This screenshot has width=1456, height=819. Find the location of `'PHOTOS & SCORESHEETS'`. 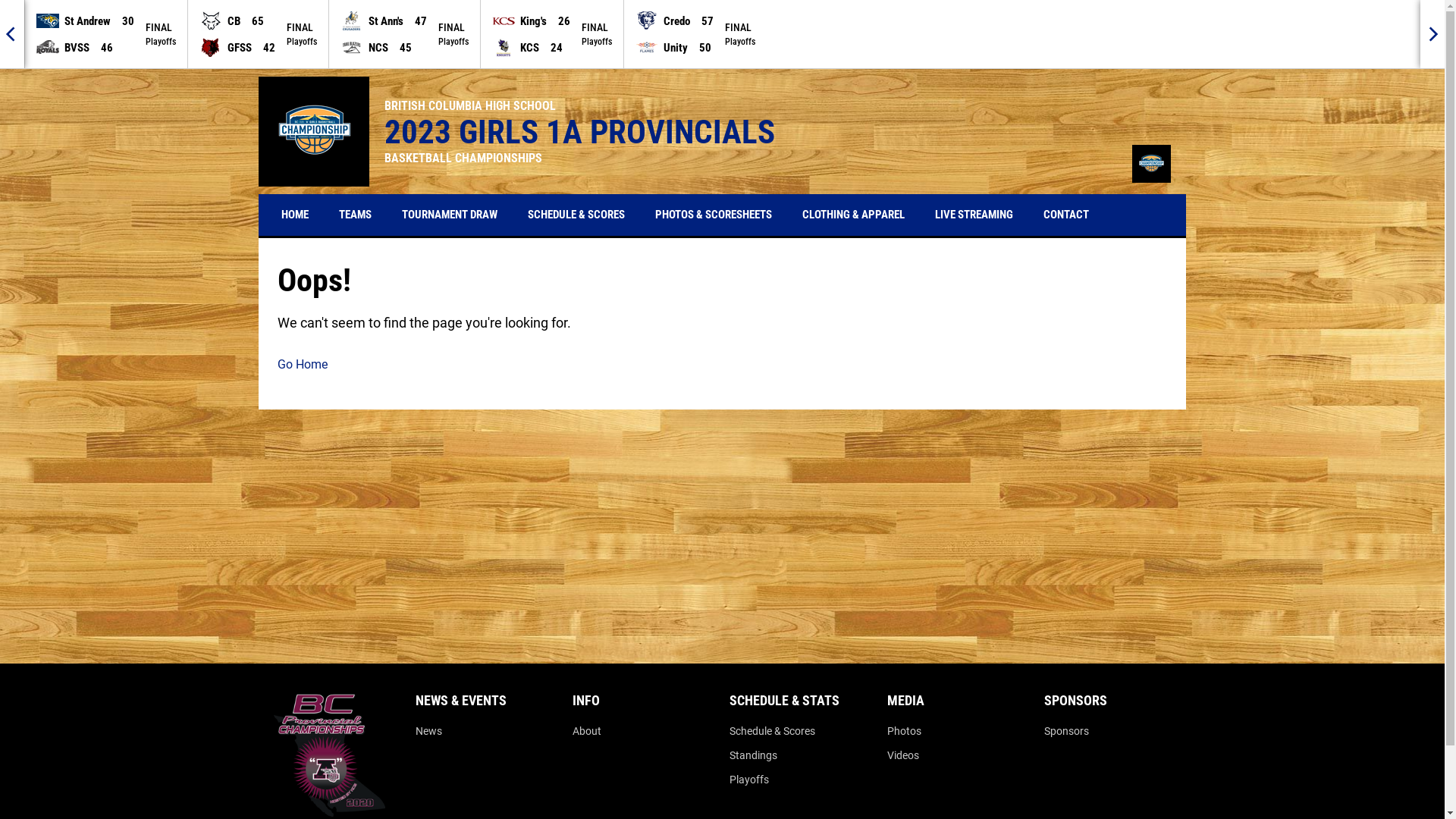

'PHOTOS & SCORESHEETS' is located at coordinates (644, 215).